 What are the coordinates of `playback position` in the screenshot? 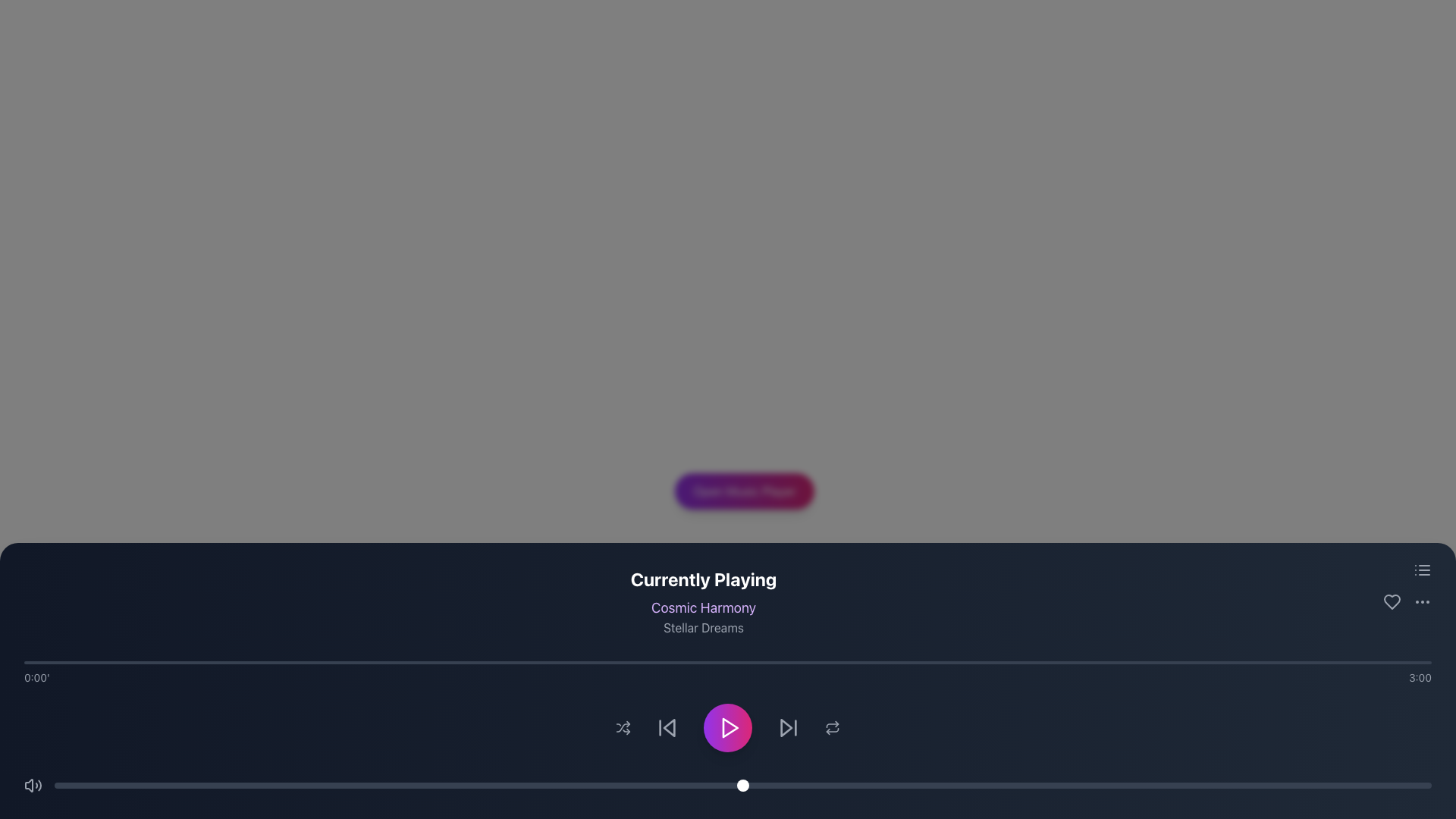 It's located at (109, 662).